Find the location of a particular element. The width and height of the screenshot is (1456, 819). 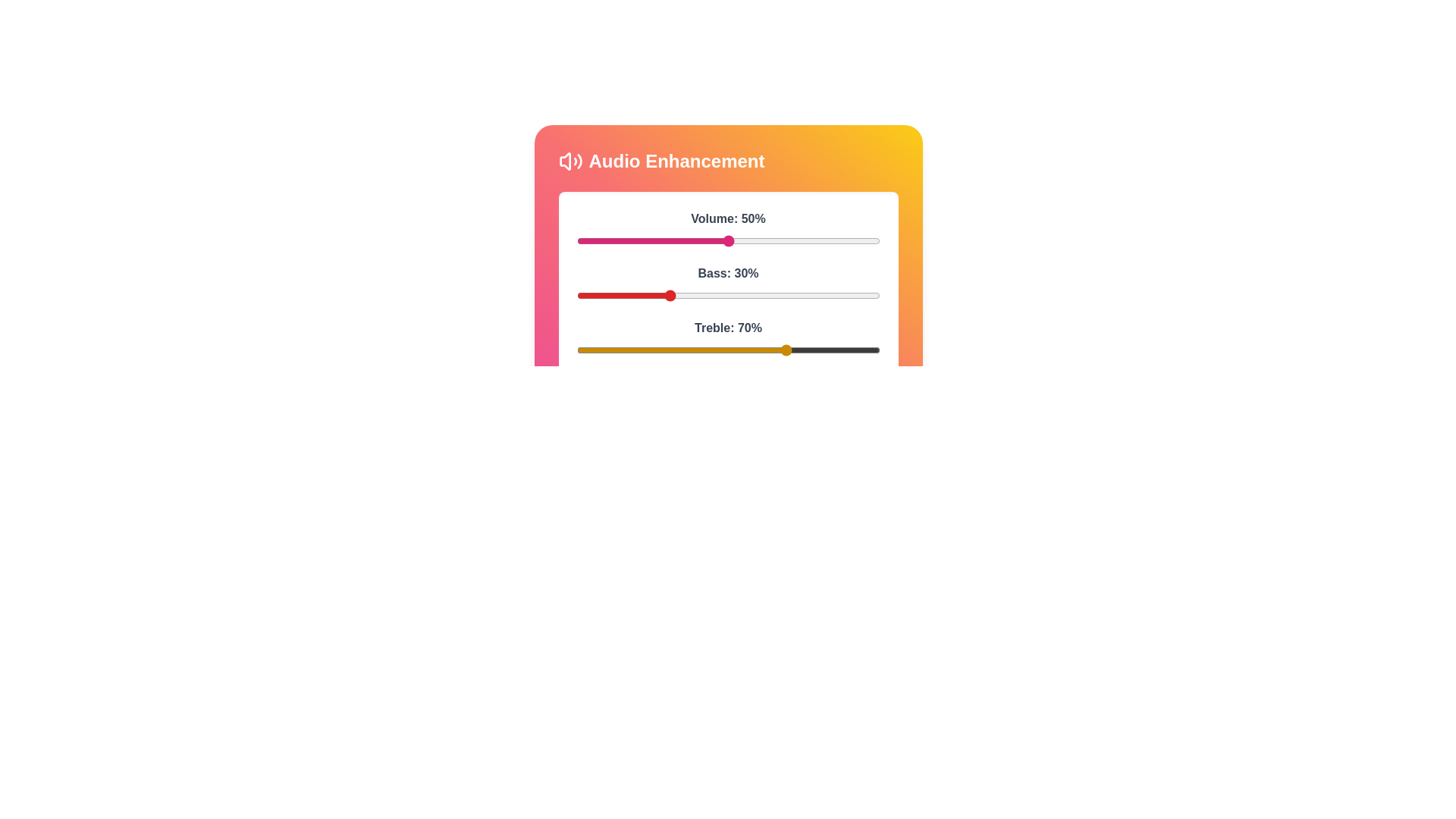

the volume is located at coordinates (767, 240).